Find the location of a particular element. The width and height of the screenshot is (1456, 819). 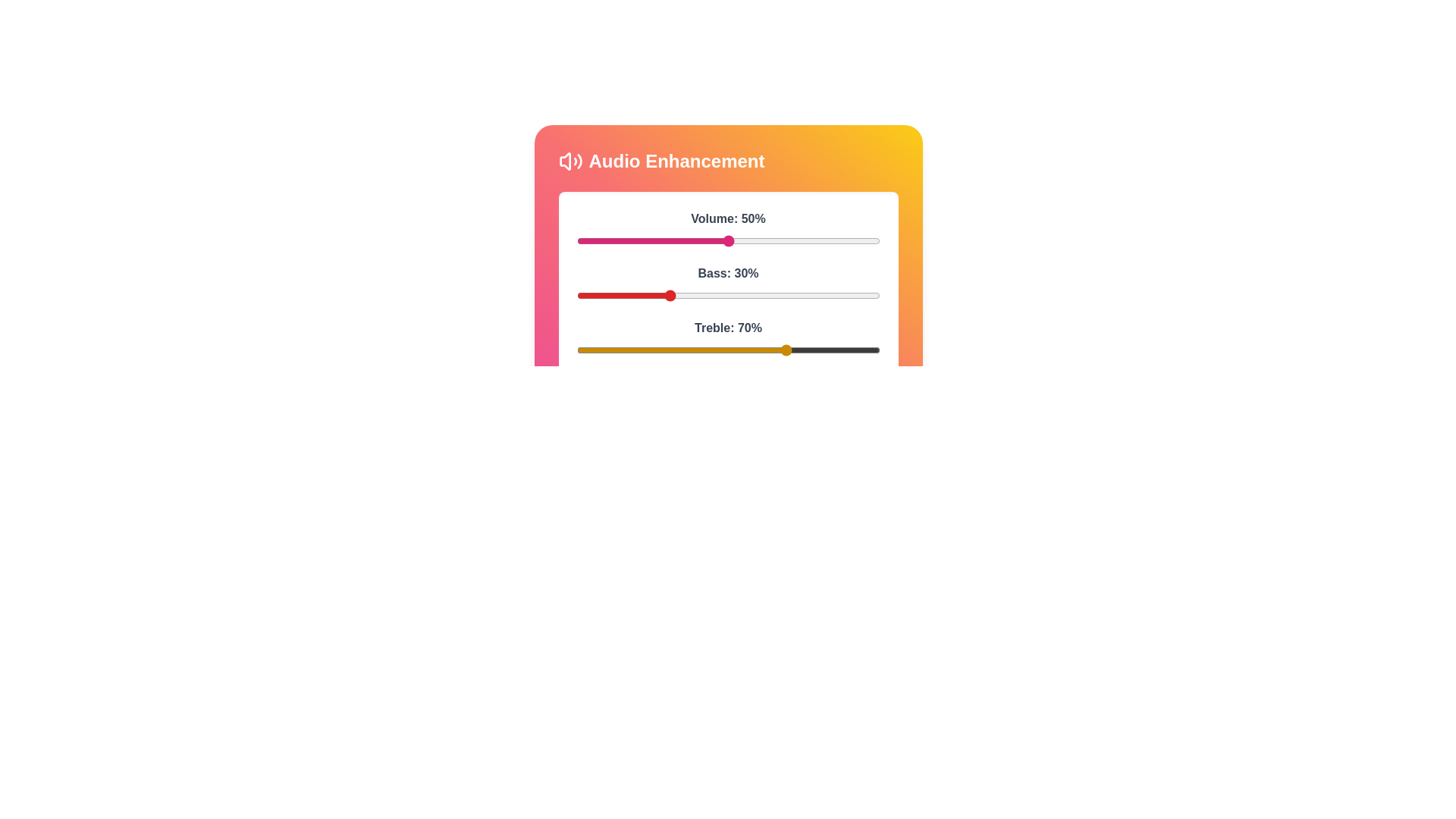

the volume is located at coordinates (767, 240).